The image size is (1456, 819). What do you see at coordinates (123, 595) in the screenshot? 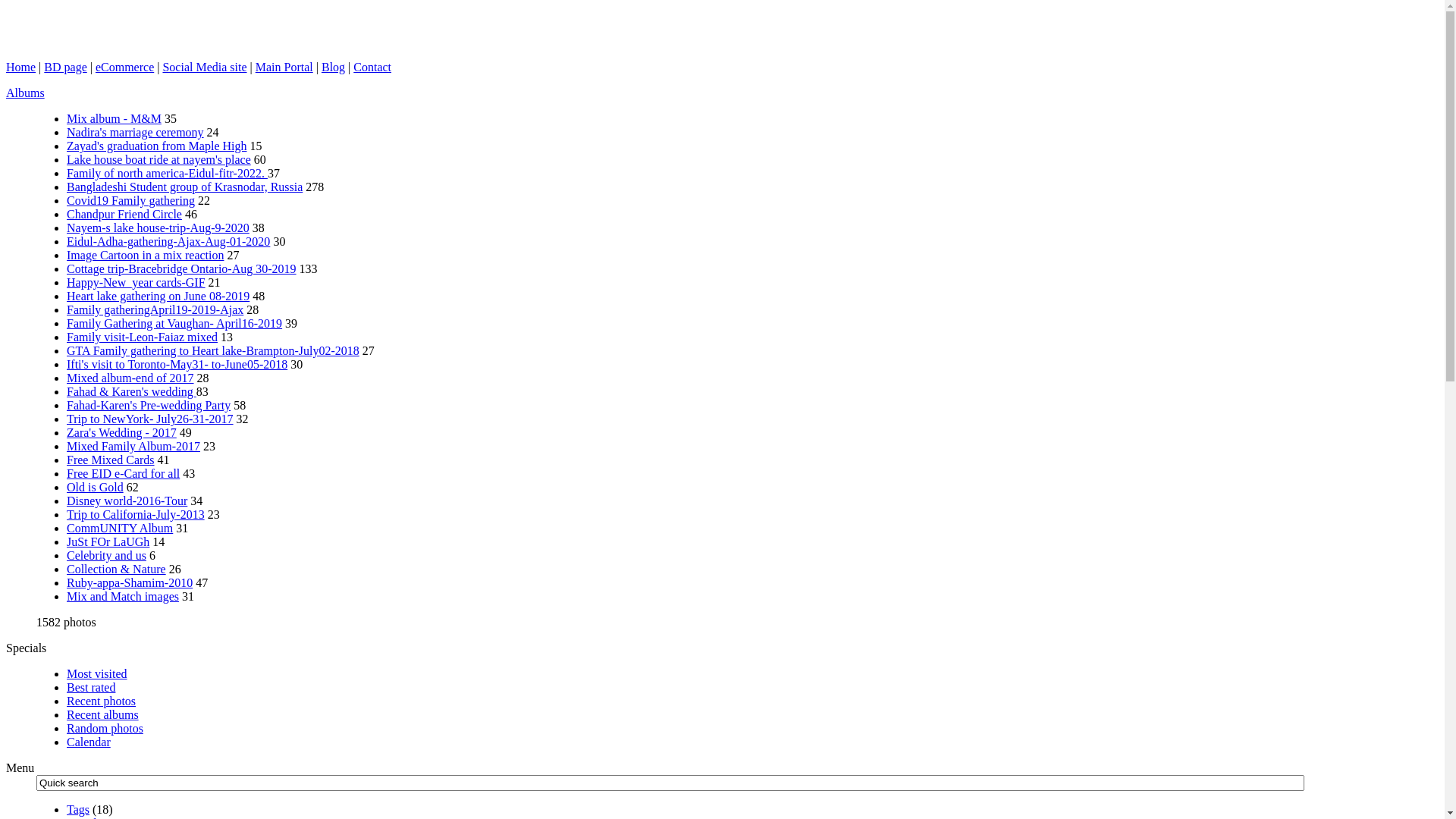
I see `'Mix and Match images'` at bounding box center [123, 595].